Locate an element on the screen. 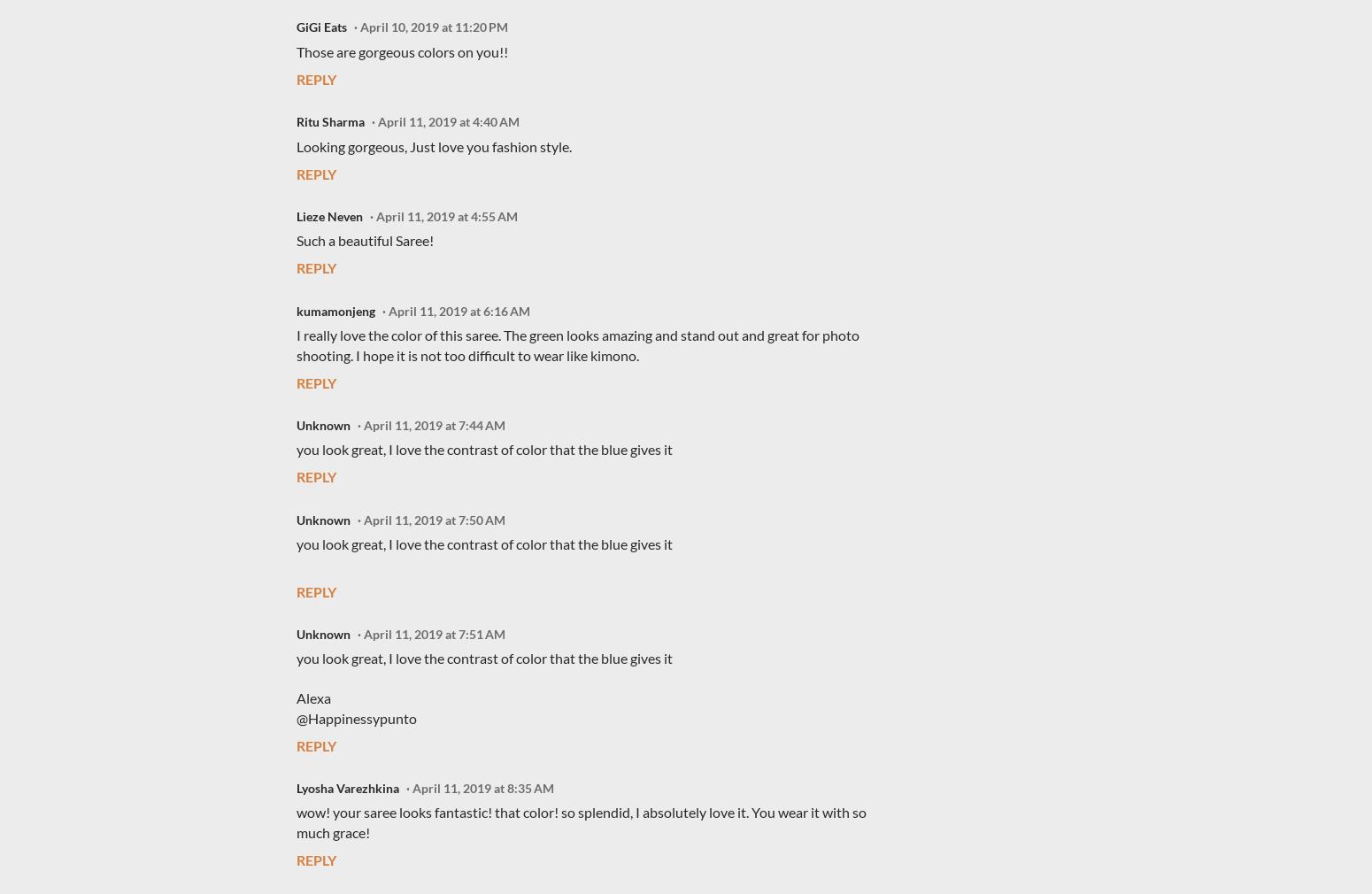  '@Happinessypunto' is located at coordinates (357, 717).